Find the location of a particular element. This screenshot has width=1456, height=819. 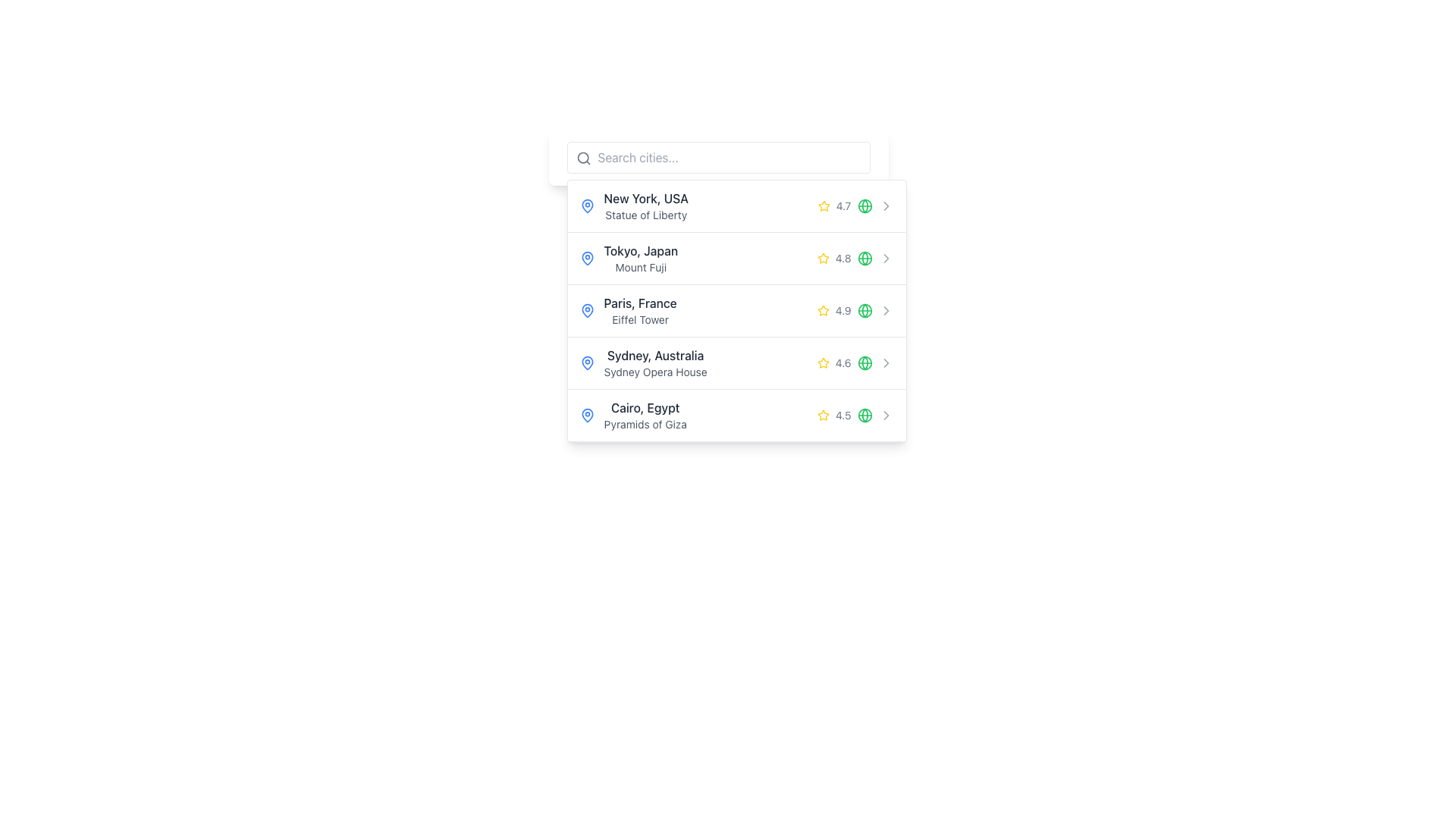

the circular part of the globe icon associated with the rating for 'Paris, France' in the third list item of the displayed content is located at coordinates (864, 309).